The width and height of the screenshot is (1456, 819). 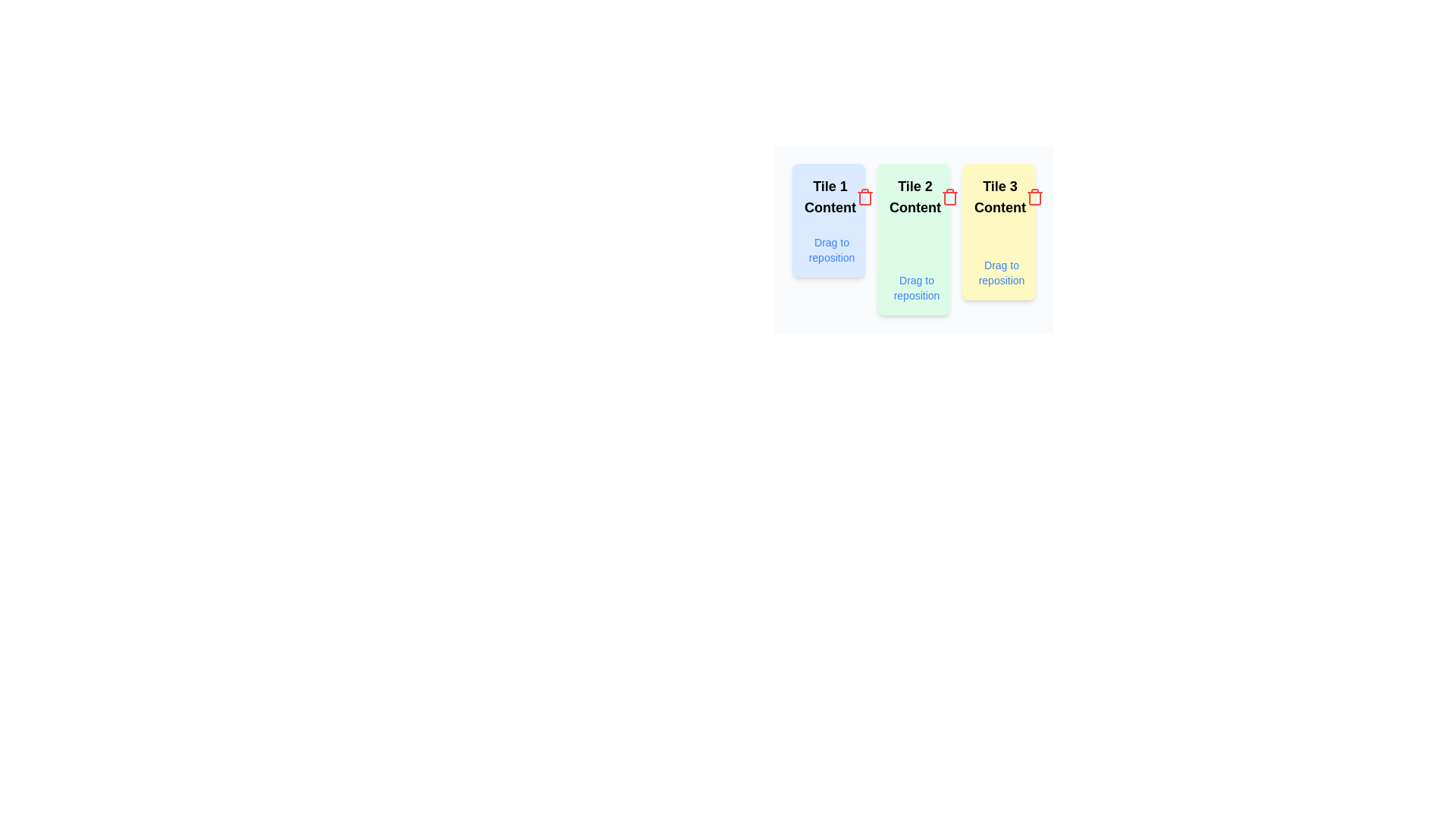 I want to click on the delete button located at the top-right corner of the 'Tile 3 Content' tile to observe any potential hover effect, so click(x=1034, y=196).